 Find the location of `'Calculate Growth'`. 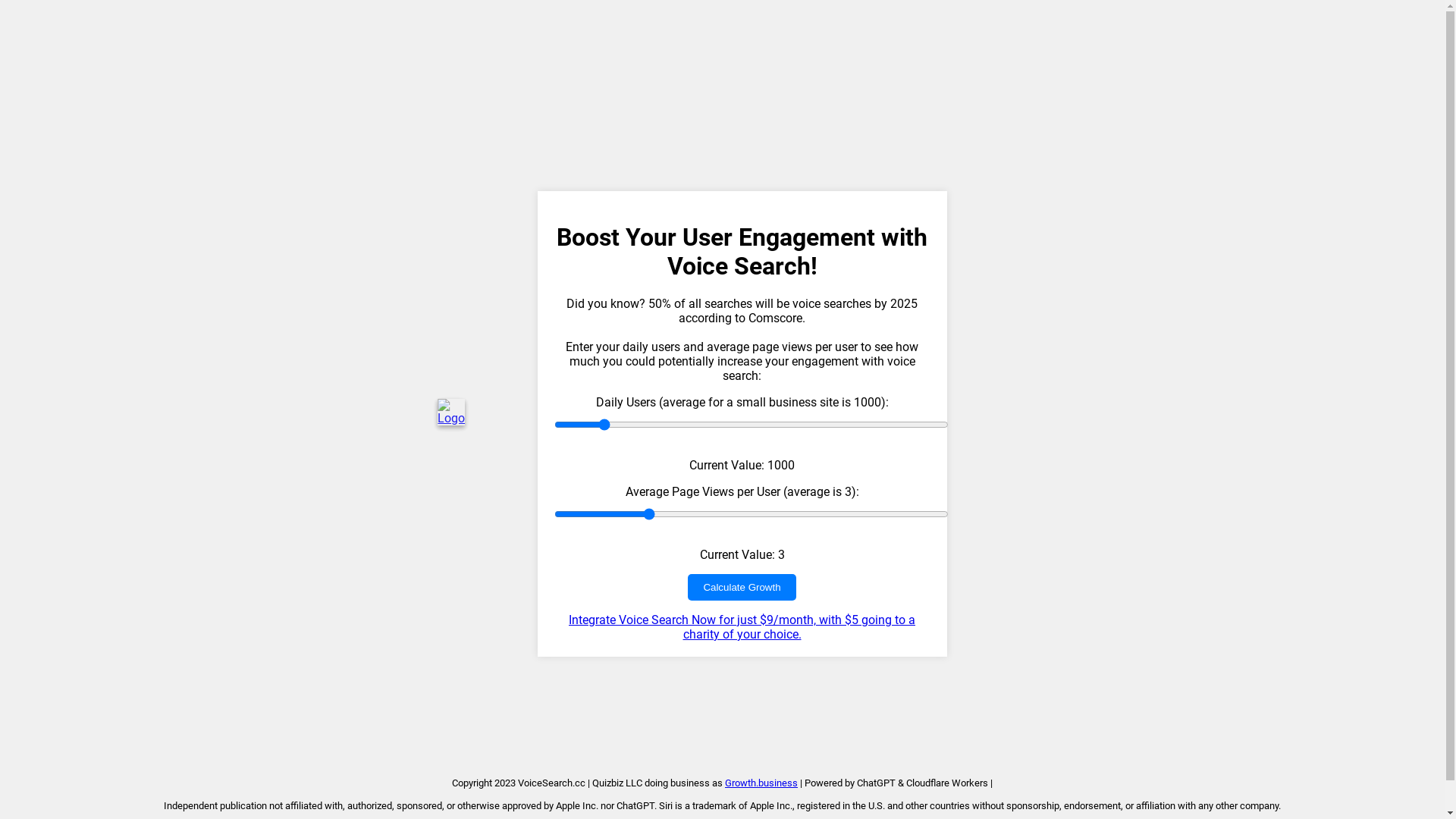

'Calculate Growth' is located at coordinates (742, 586).